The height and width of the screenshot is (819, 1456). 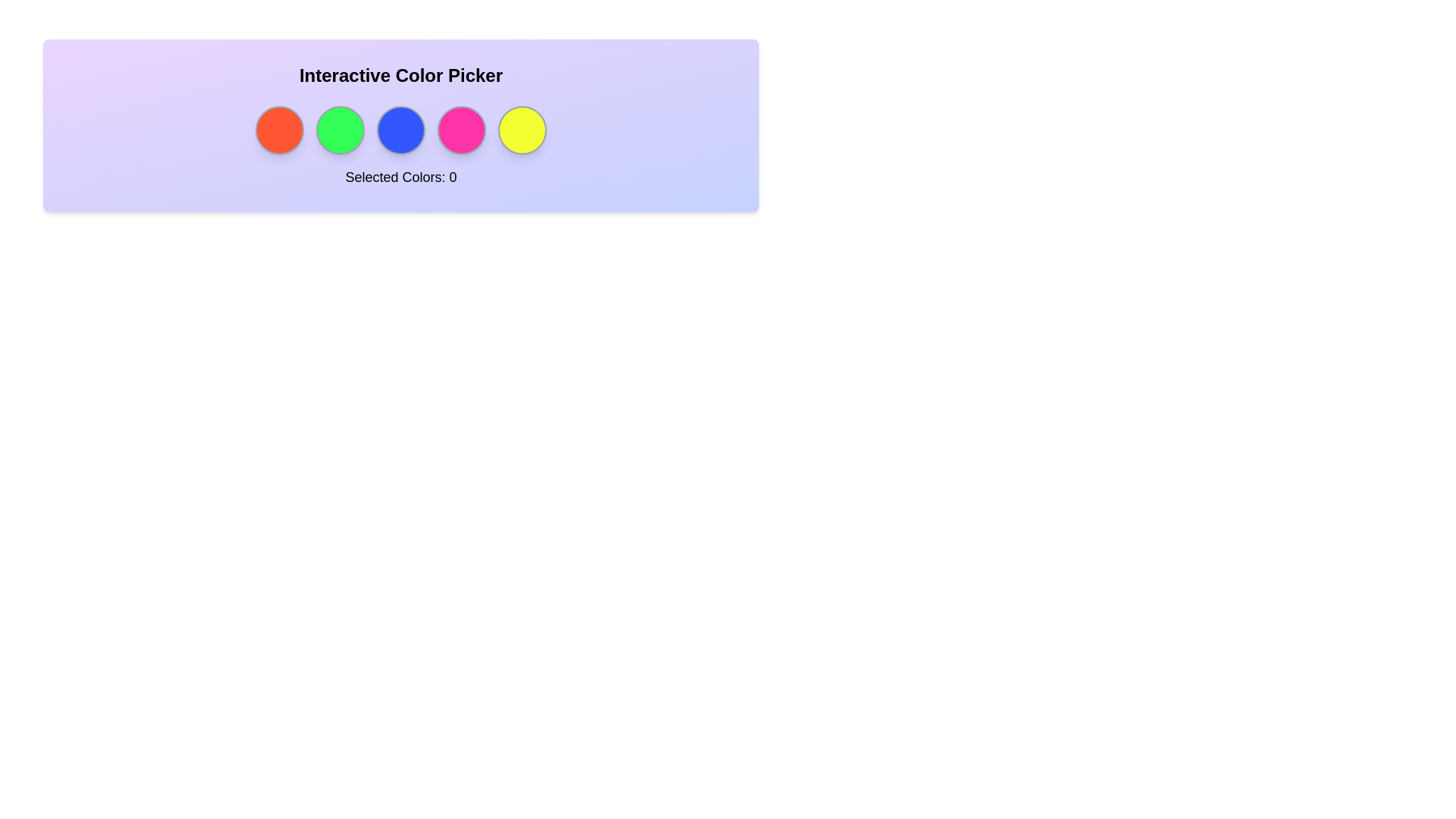 What do you see at coordinates (522, 130) in the screenshot?
I see `the circle corresponding to the color yellow` at bounding box center [522, 130].